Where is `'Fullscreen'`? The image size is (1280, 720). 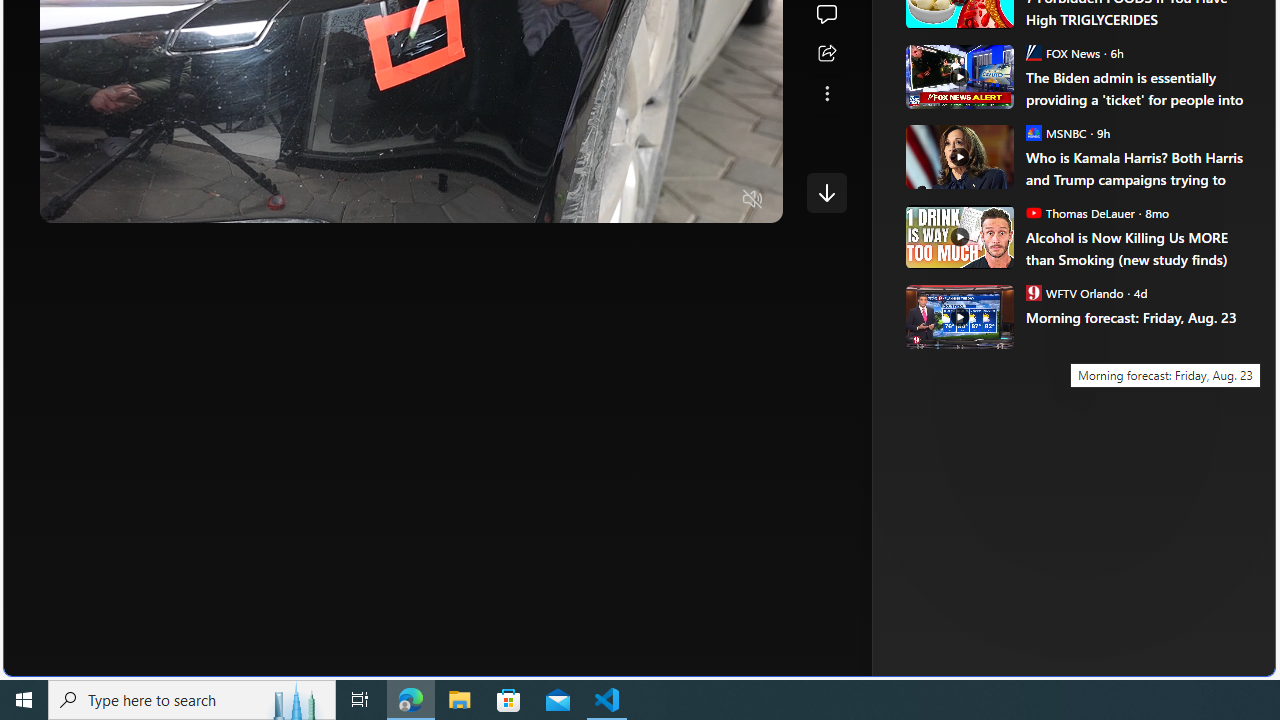 'Fullscreen' is located at coordinates (714, 200).